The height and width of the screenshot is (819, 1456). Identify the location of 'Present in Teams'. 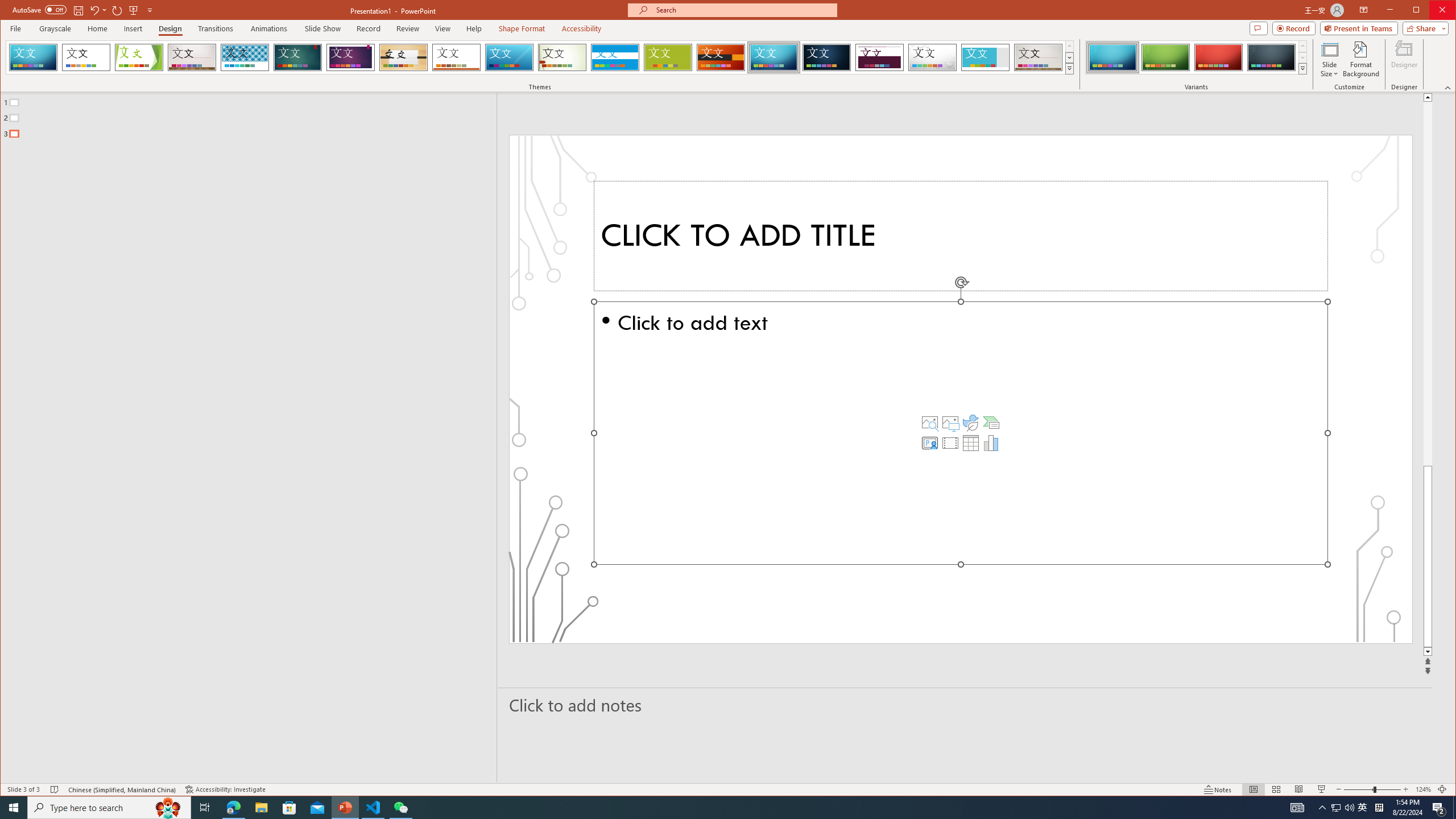
(1358, 28).